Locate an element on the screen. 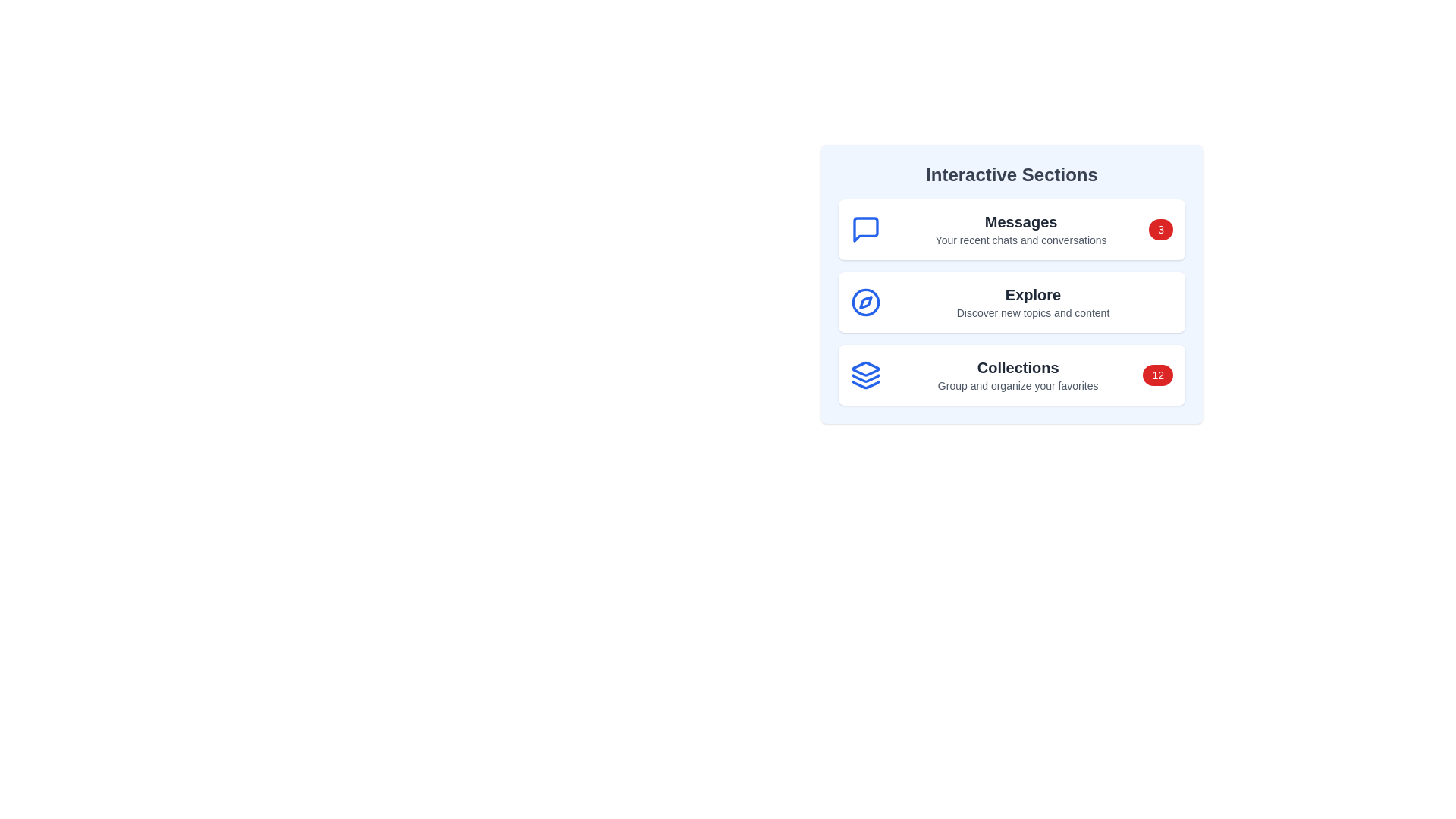 This screenshot has width=1456, height=819. the notification badge of the section Collections is located at coordinates (1156, 375).